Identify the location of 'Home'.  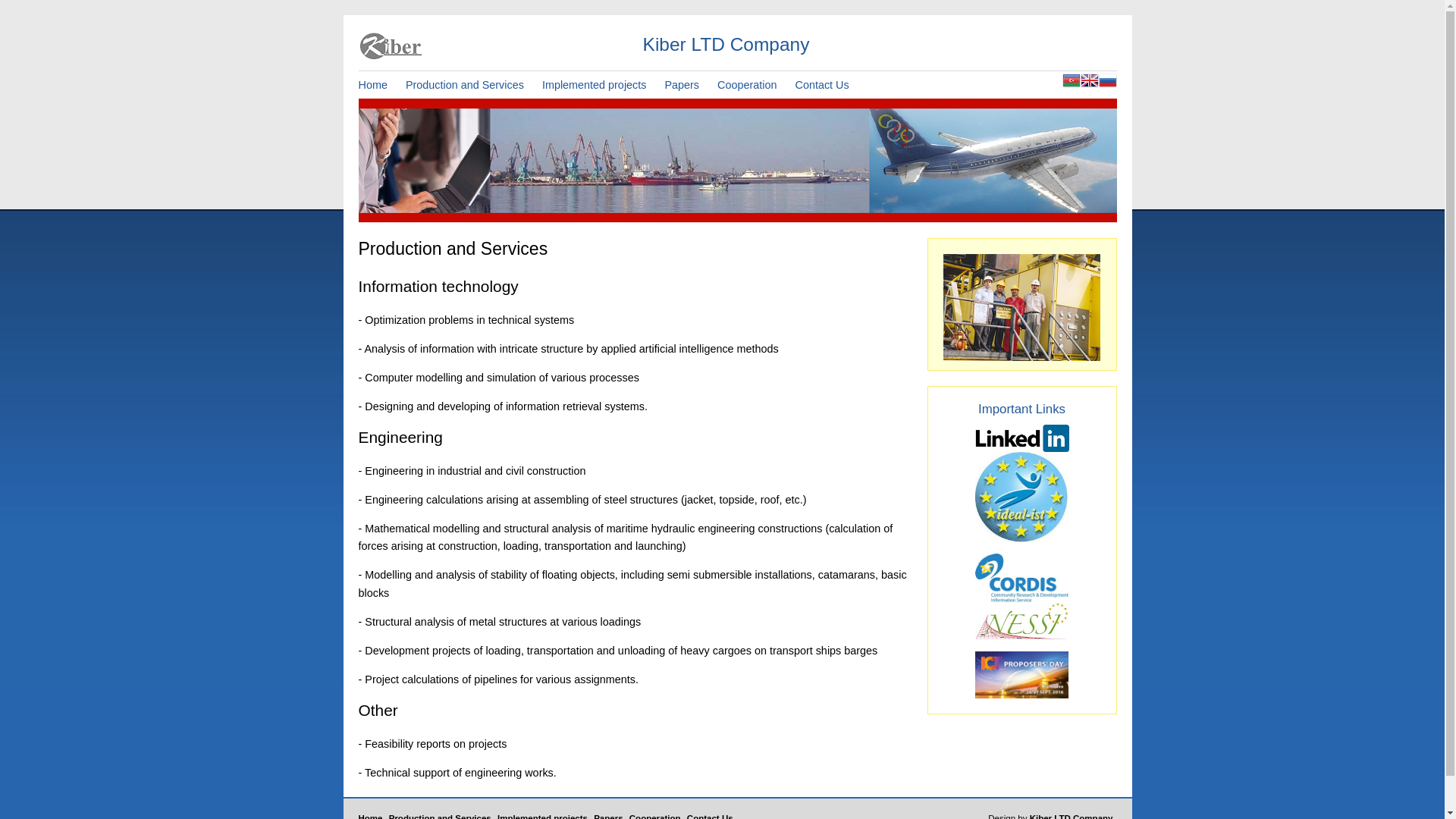
(379, 84).